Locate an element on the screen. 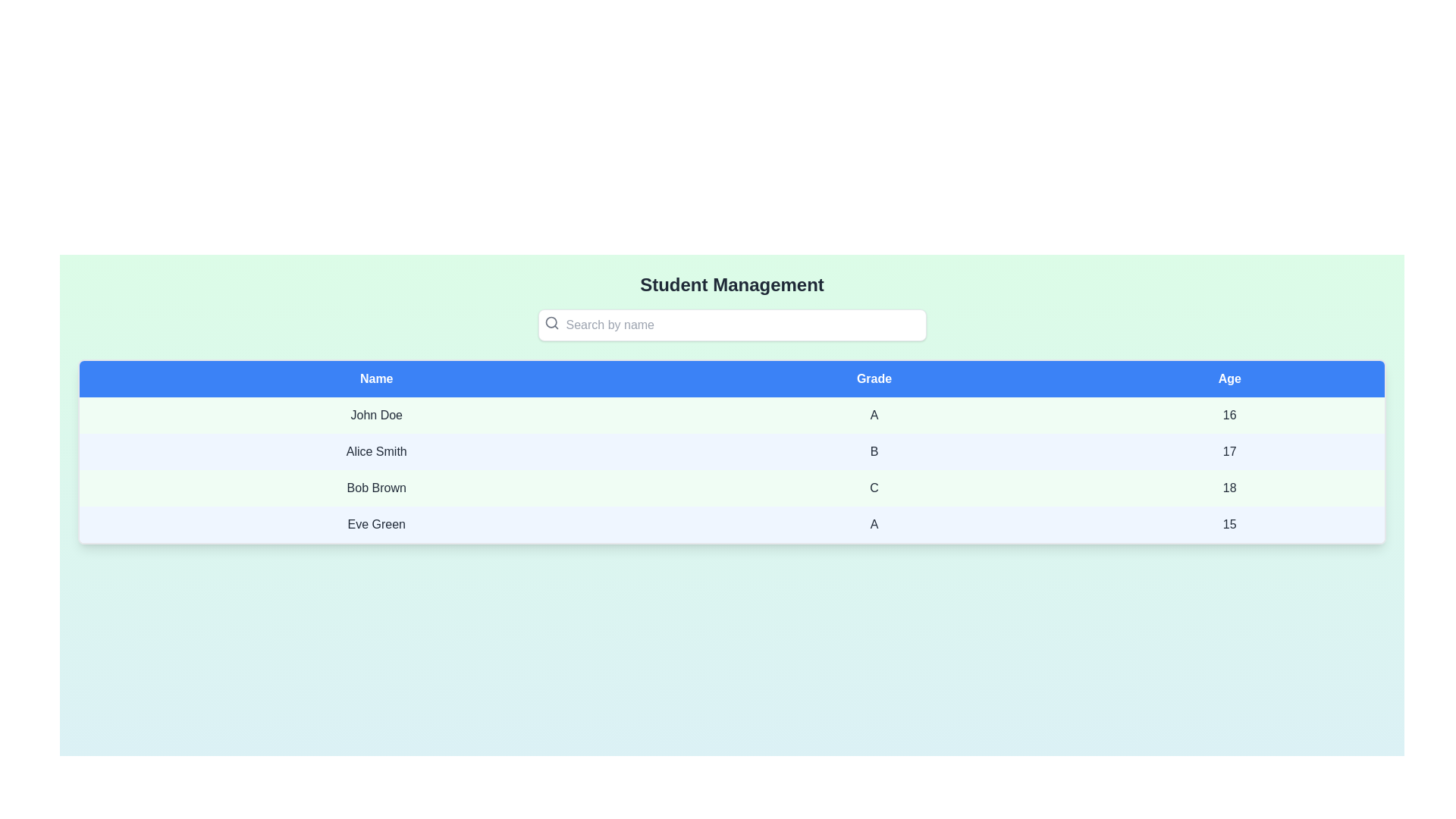 The image size is (1456, 819). the data associated with the 'Name' column by clicking on the header cell located at the leftmost side of the header row in the data table is located at coordinates (376, 378).